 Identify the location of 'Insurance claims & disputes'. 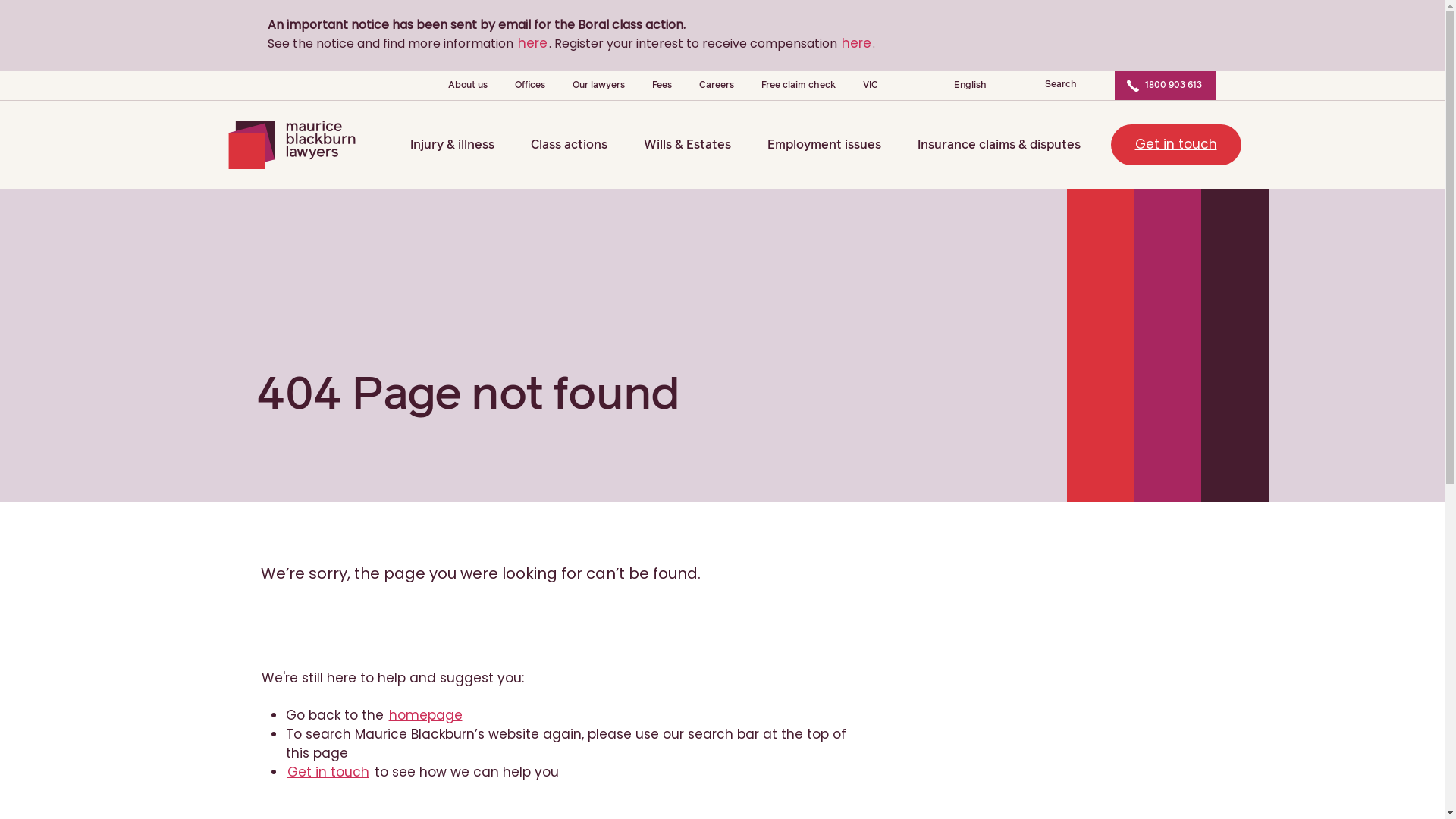
(1011, 145).